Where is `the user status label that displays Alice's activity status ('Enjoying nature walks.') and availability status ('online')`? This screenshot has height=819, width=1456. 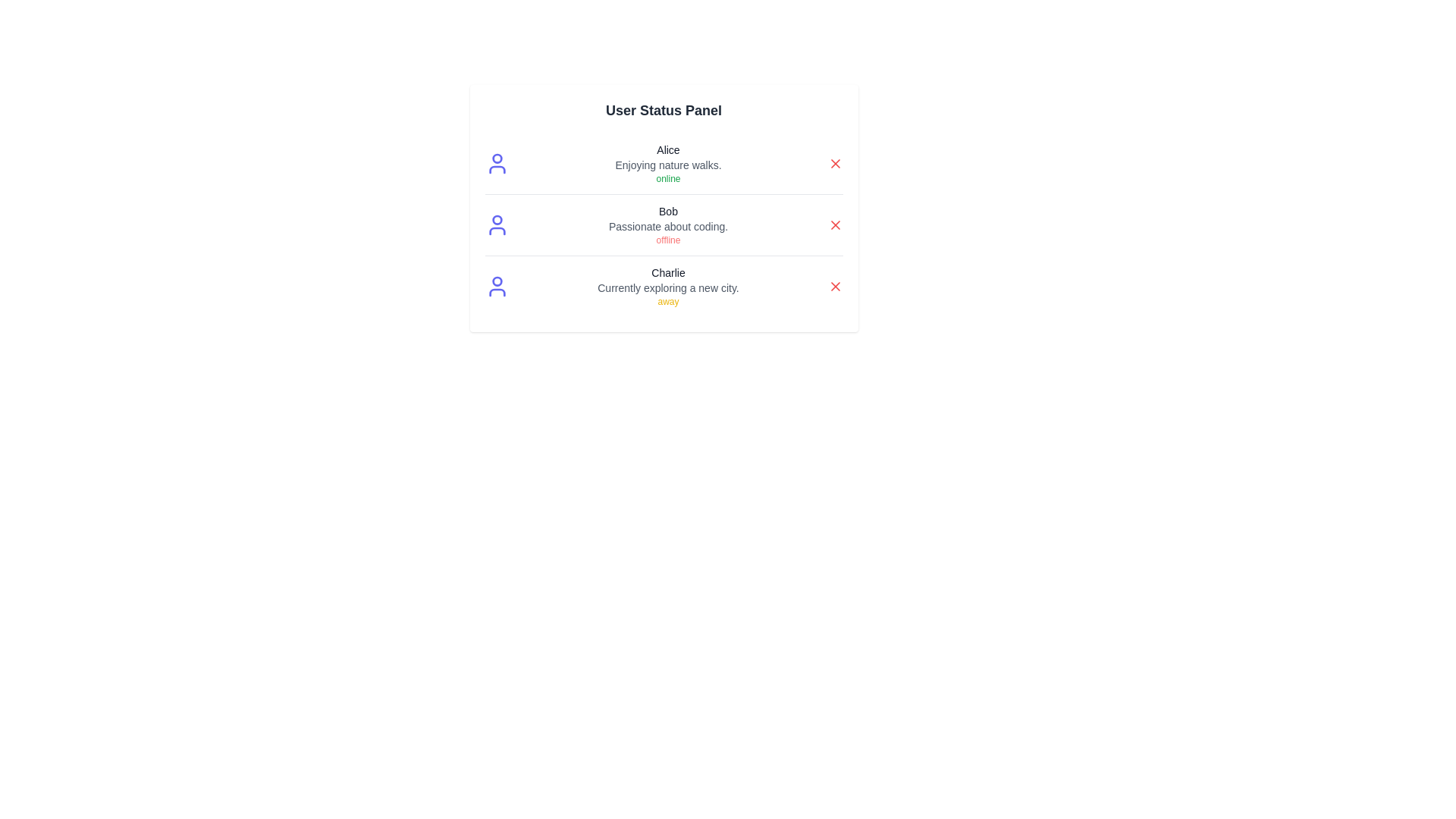
the user status label that displays Alice's activity status ('Enjoying nature walks.') and availability status ('online') is located at coordinates (667, 164).